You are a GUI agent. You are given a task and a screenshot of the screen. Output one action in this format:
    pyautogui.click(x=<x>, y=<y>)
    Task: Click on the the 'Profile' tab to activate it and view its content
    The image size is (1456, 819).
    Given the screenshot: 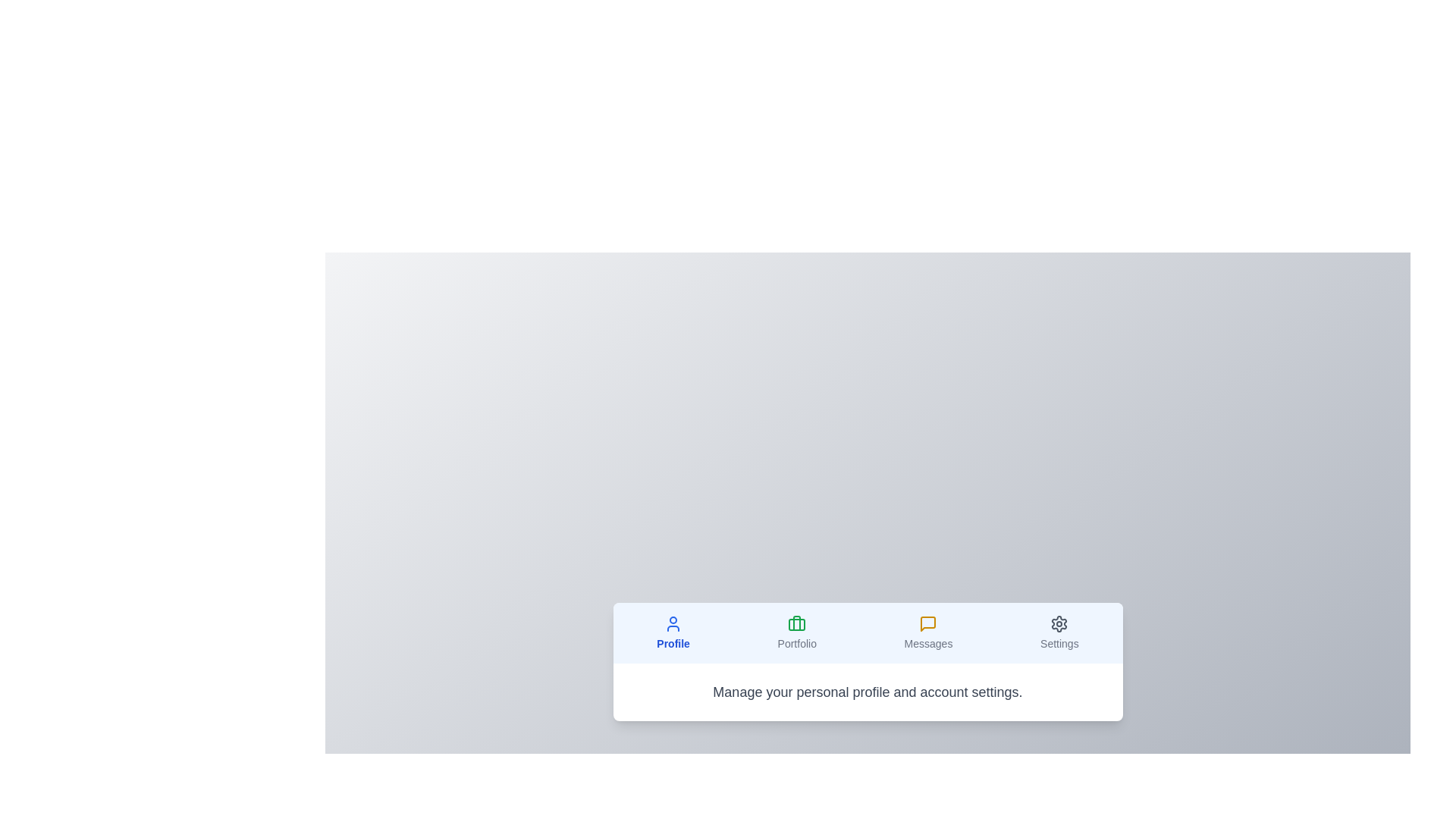 What is the action you would take?
    pyautogui.click(x=673, y=632)
    